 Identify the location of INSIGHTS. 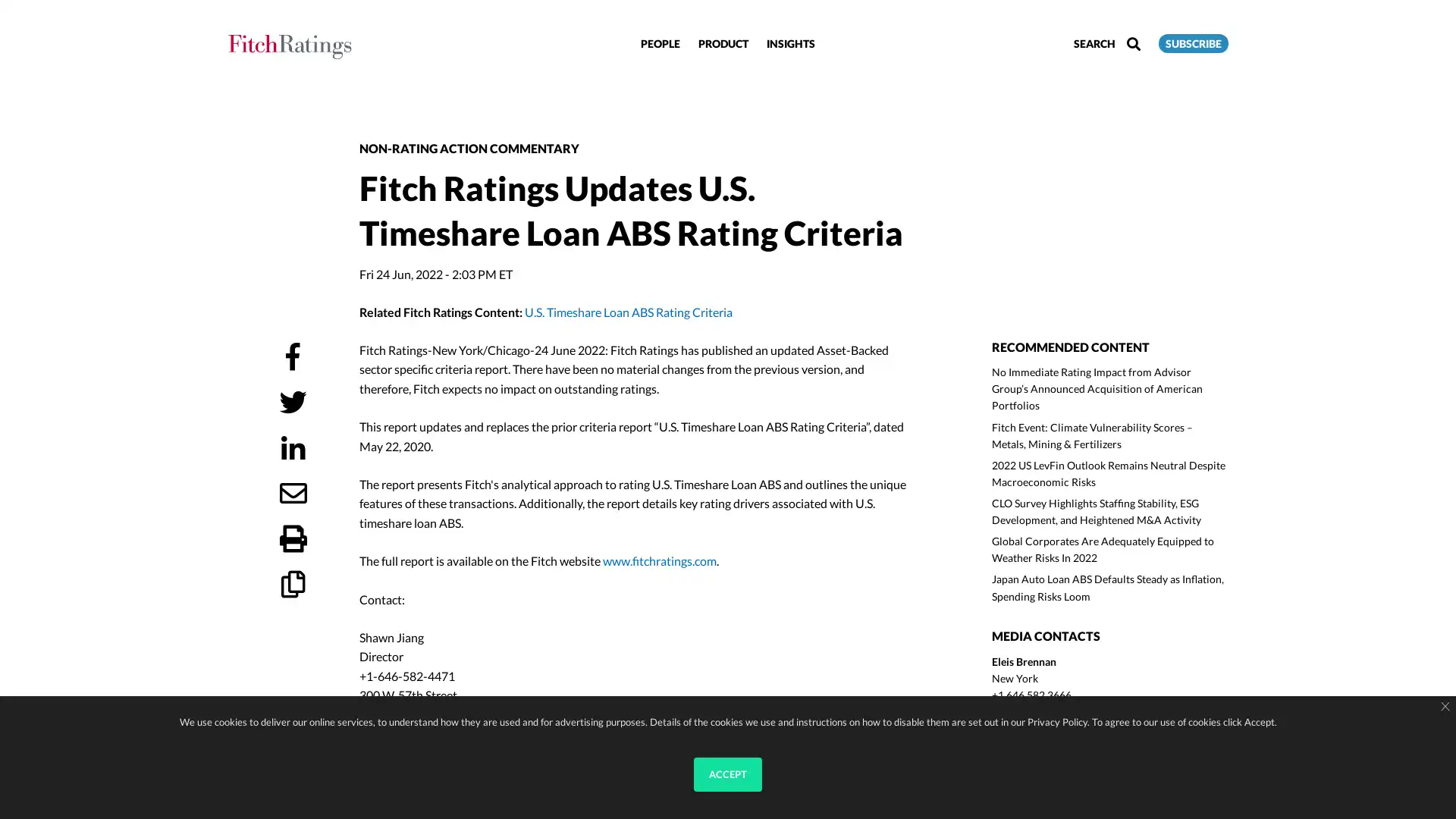
(789, 42).